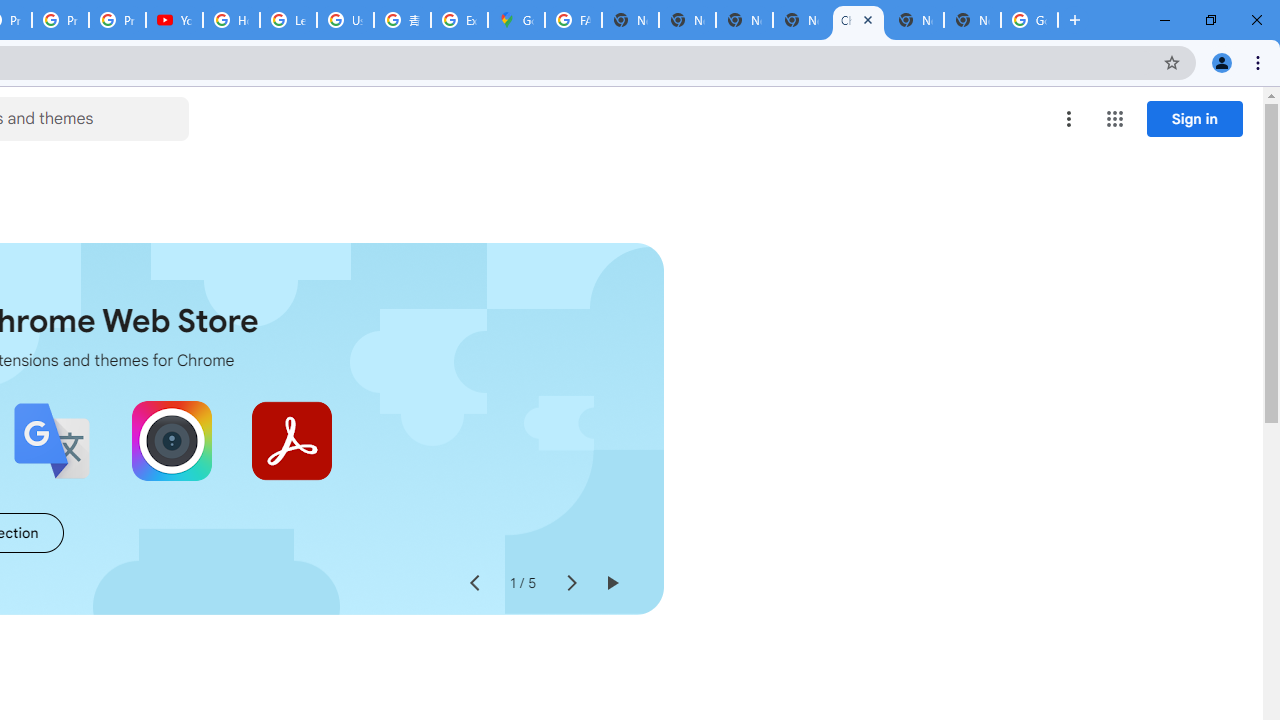 The width and height of the screenshot is (1280, 720). Describe the element at coordinates (174, 20) in the screenshot. I see `'YouTube'` at that location.